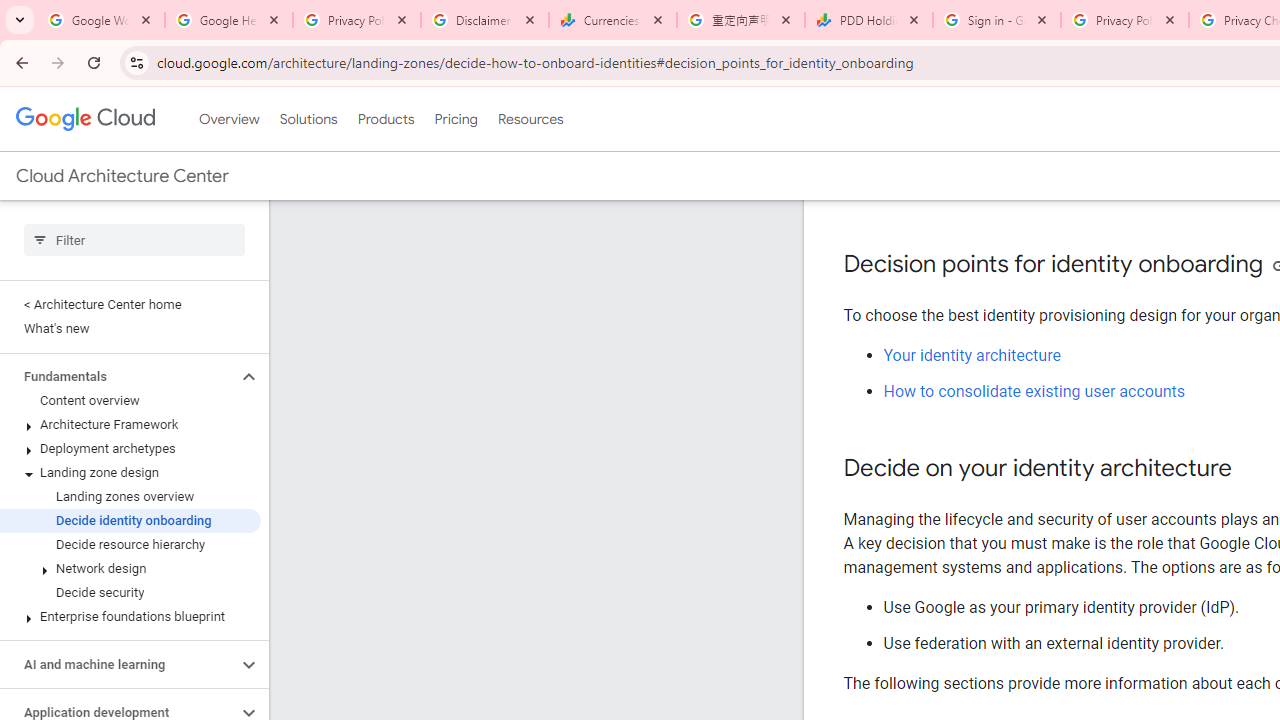  What do you see at coordinates (129, 401) in the screenshot?
I see `'Content overview'` at bounding box center [129, 401].